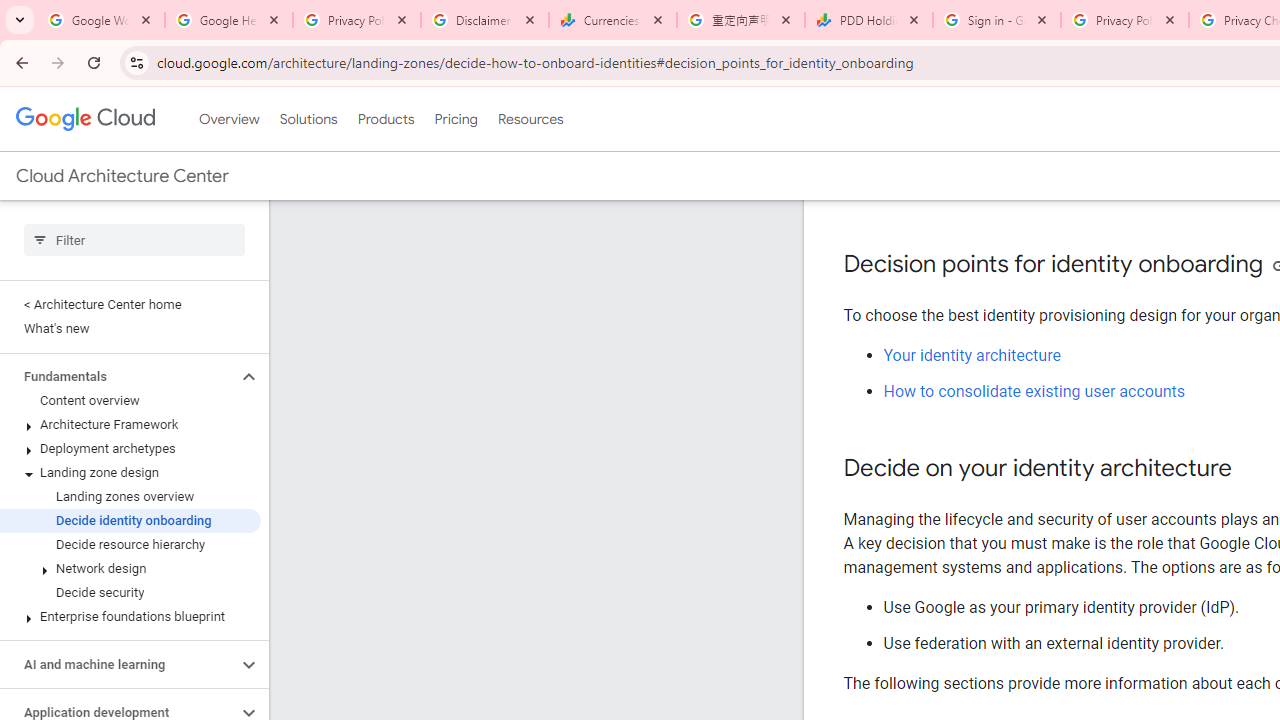  What do you see at coordinates (129, 401) in the screenshot?
I see `'Content overview'` at bounding box center [129, 401].